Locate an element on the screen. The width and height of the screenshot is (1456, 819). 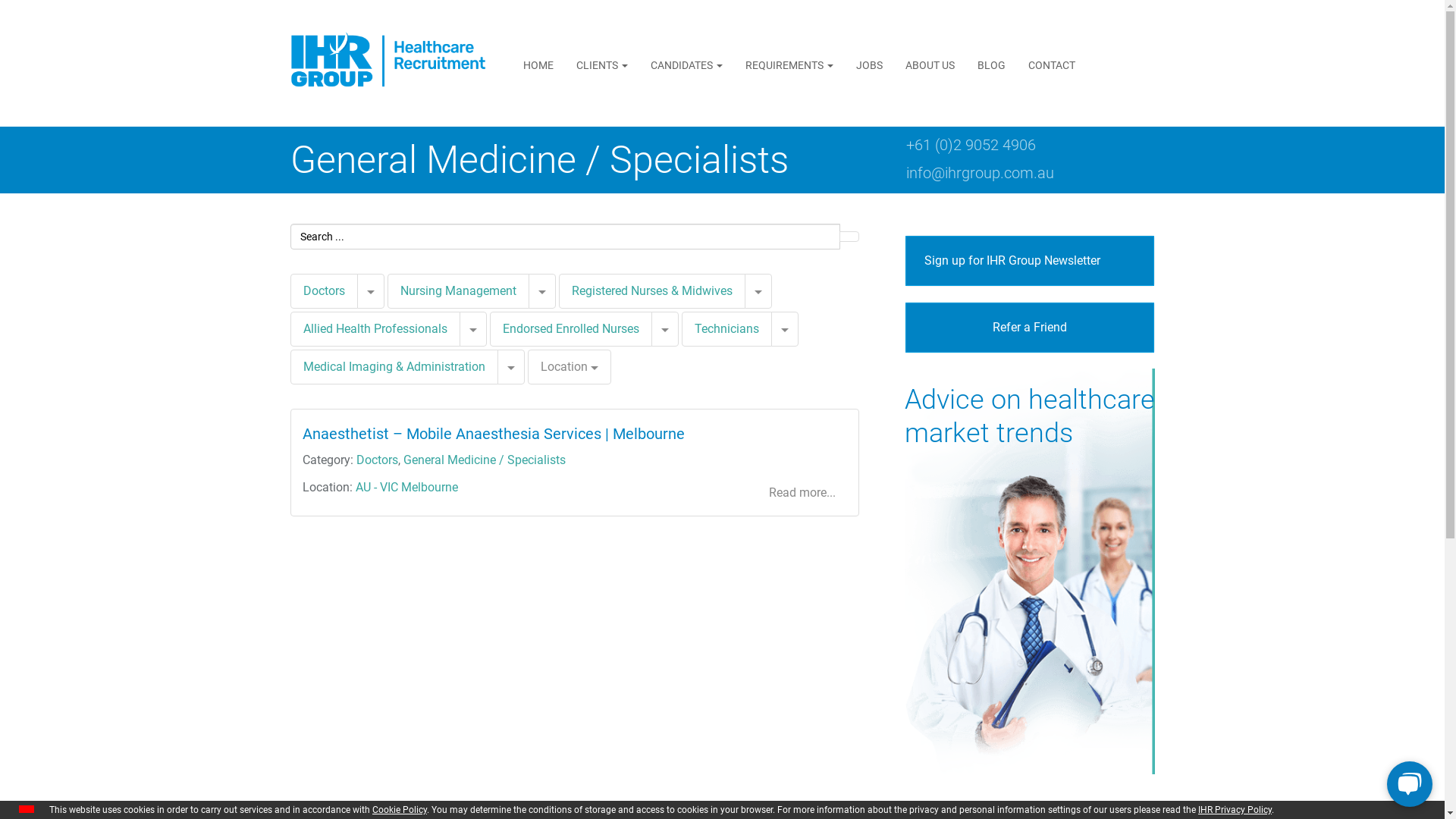
'Toggle Dropdown' is located at coordinates (510, 366).